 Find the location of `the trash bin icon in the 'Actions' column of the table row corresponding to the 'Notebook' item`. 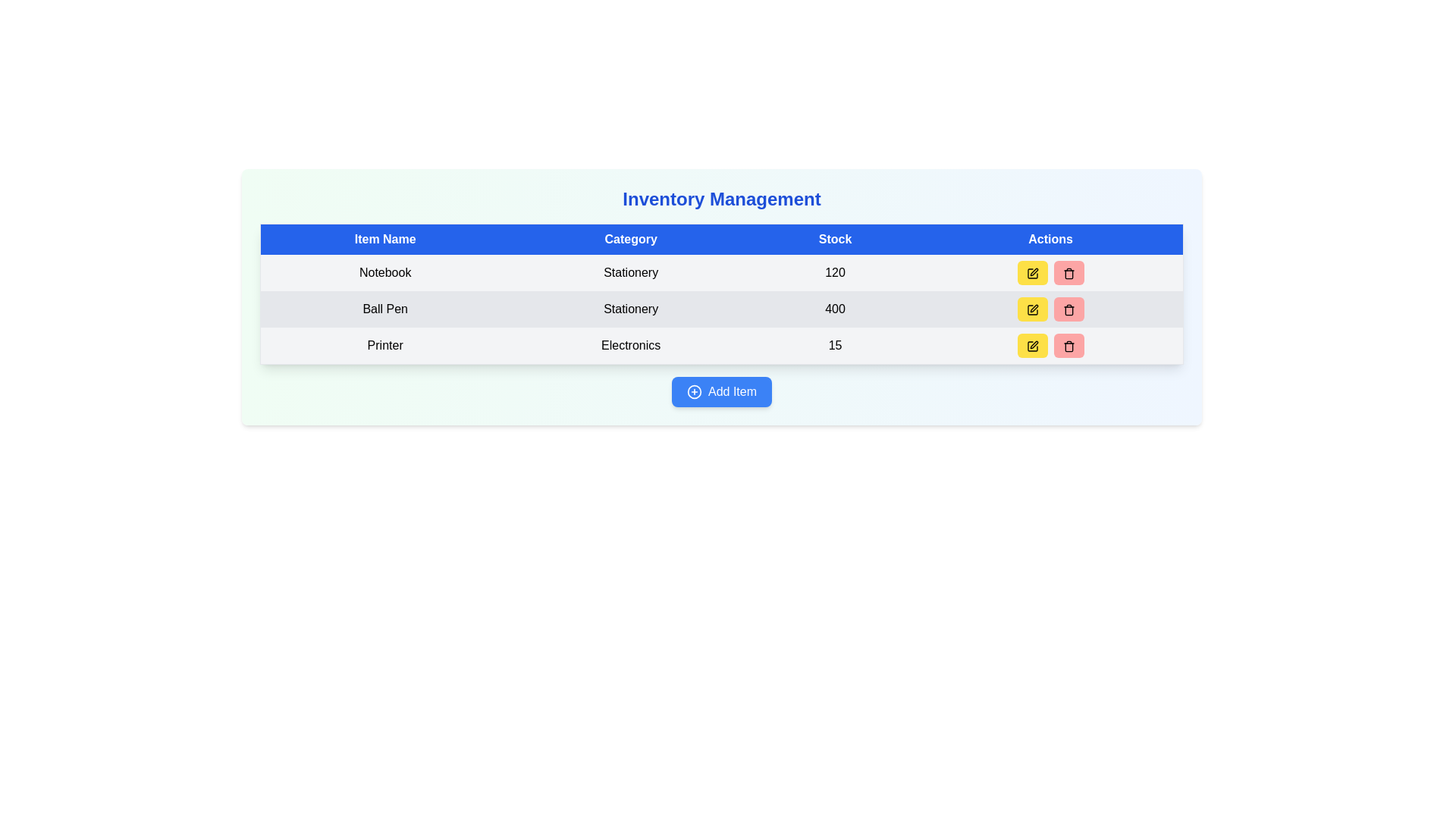

the trash bin icon in the 'Actions' column of the table row corresponding to the 'Notebook' item is located at coordinates (1068, 275).